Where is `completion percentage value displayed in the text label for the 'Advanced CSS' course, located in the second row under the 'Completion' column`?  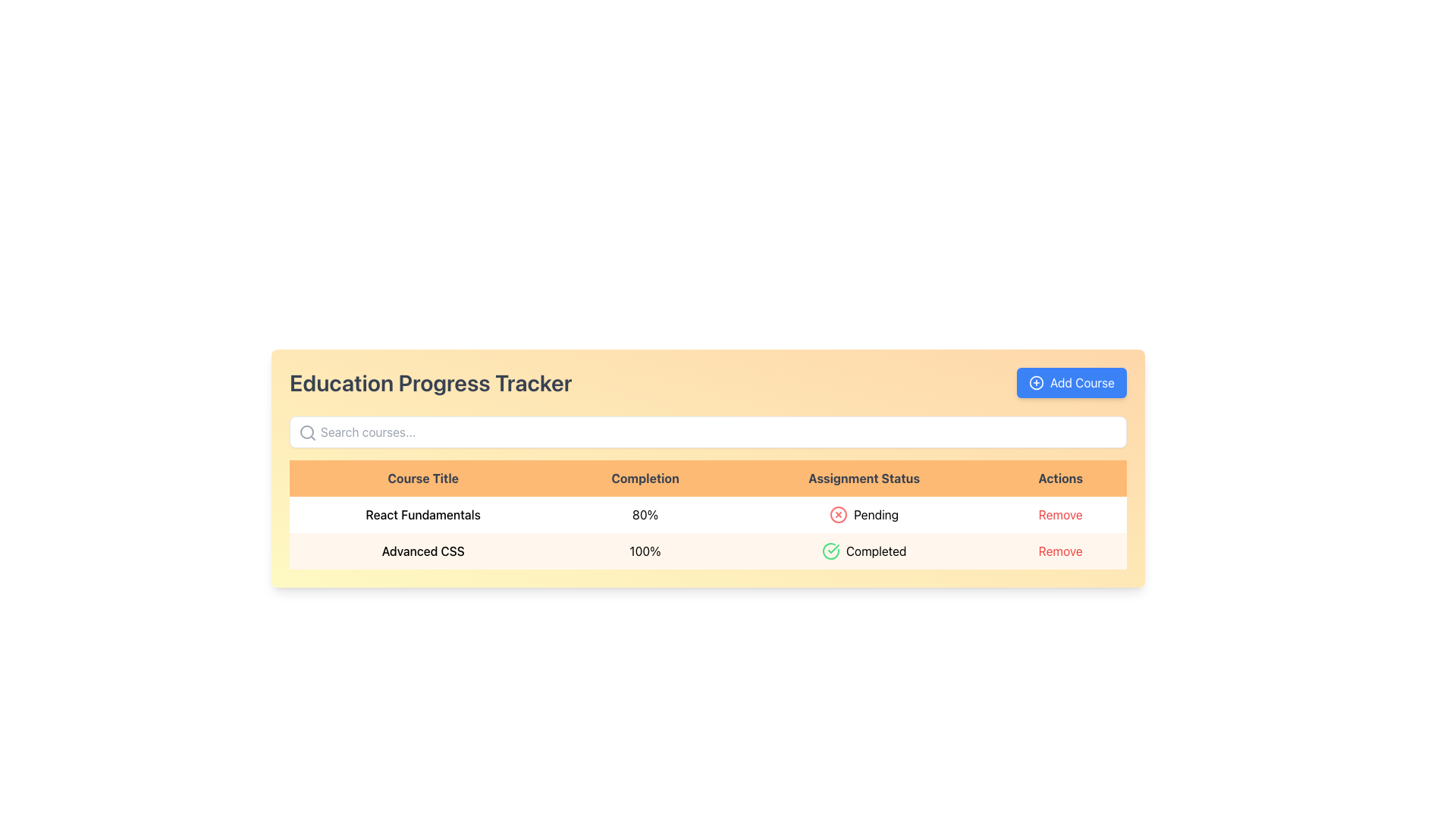
completion percentage value displayed in the text label for the 'Advanced CSS' course, located in the second row under the 'Completion' column is located at coordinates (645, 551).